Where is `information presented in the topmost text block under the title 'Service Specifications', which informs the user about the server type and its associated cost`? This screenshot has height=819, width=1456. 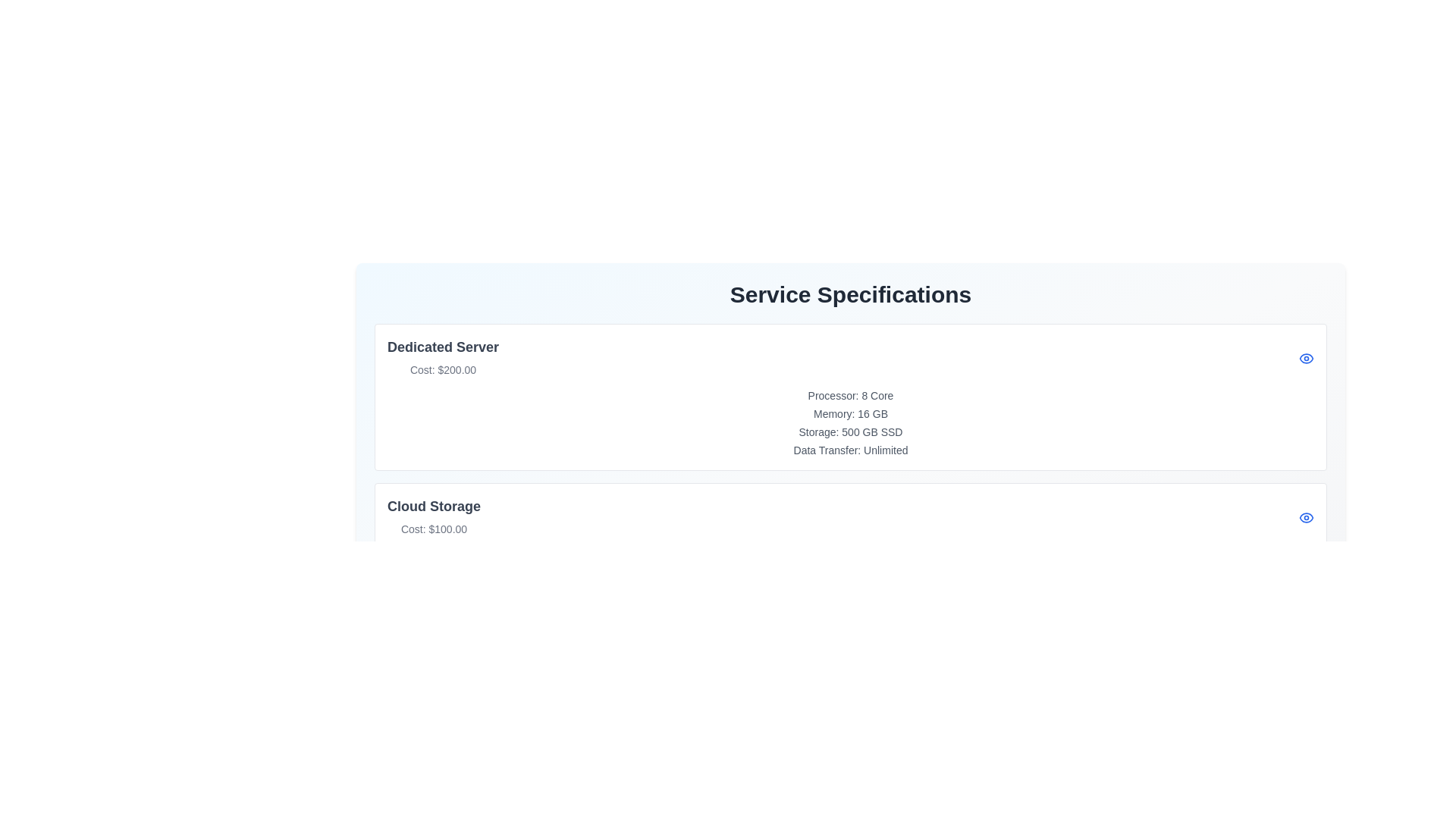
information presented in the topmost text block under the title 'Service Specifications', which informs the user about the server type and its associated cost is located at coordinates (442, 357).